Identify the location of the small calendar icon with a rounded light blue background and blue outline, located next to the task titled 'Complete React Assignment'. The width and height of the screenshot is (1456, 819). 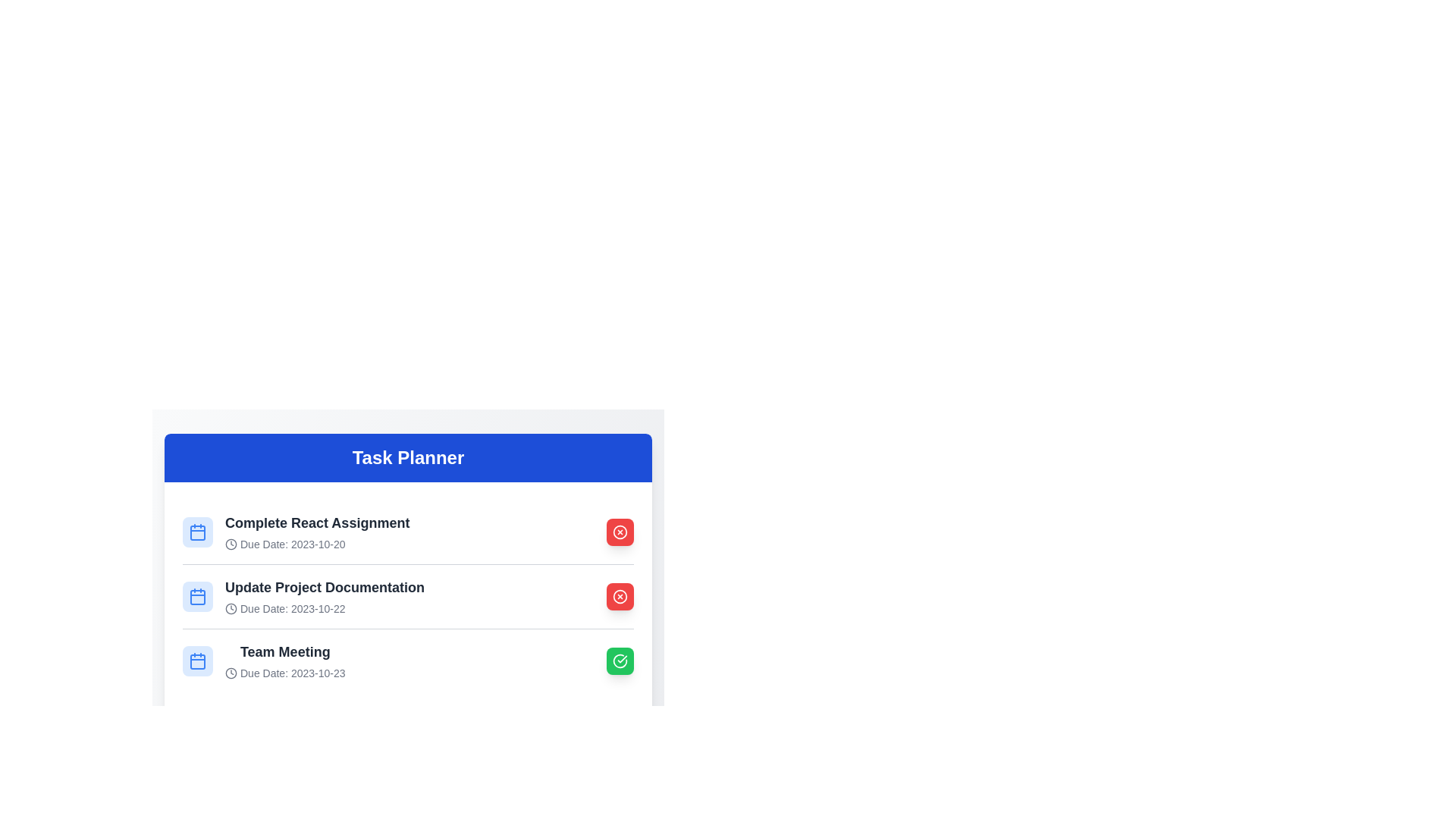
(196, 532).